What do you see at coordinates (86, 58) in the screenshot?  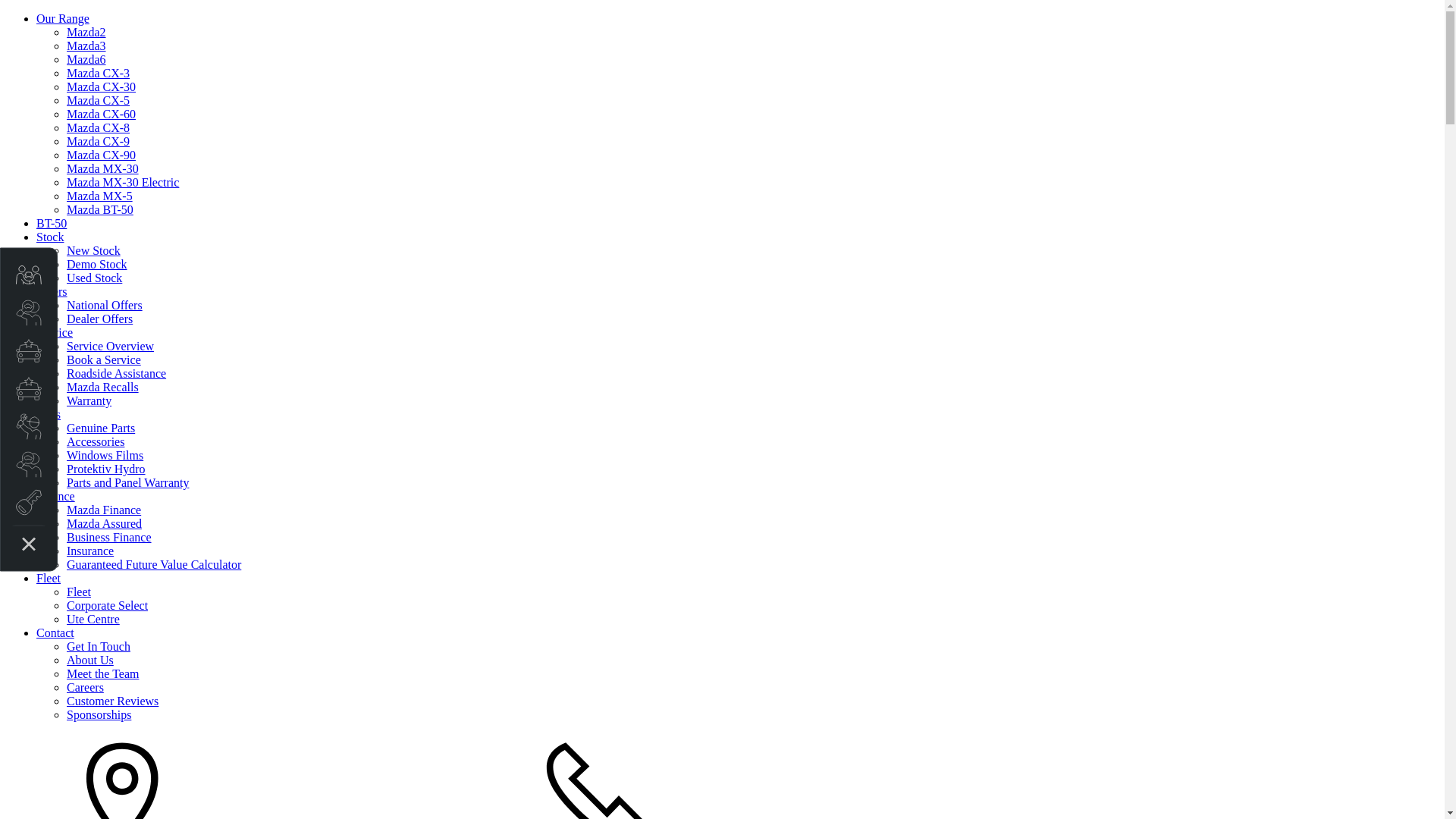 I see `'Mazda6'` at bounding box center [86, 58].